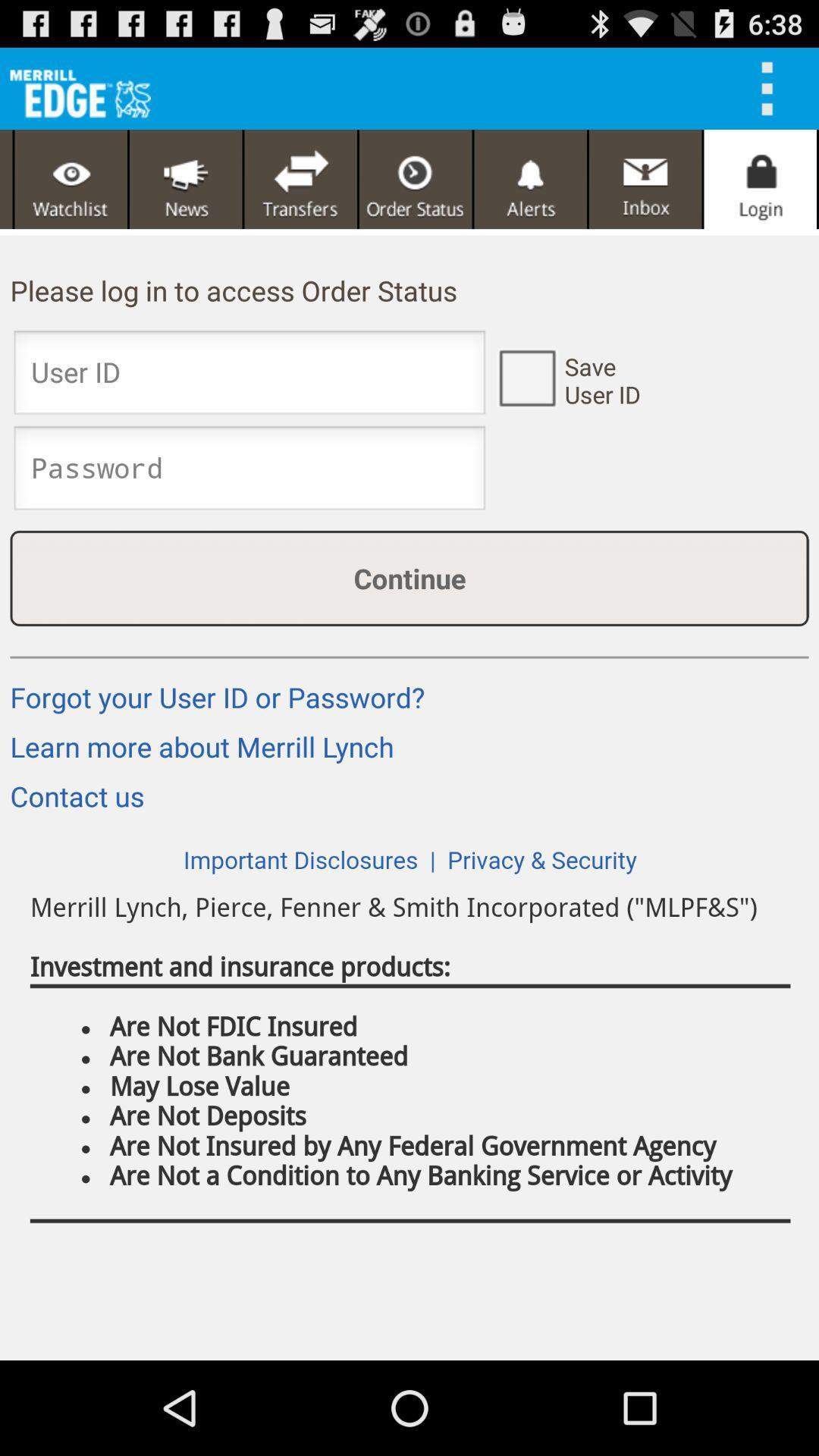  What do you see at coordinates (300, 179) in the screenshot?
I see `dada` at bounding box center [300, 179].